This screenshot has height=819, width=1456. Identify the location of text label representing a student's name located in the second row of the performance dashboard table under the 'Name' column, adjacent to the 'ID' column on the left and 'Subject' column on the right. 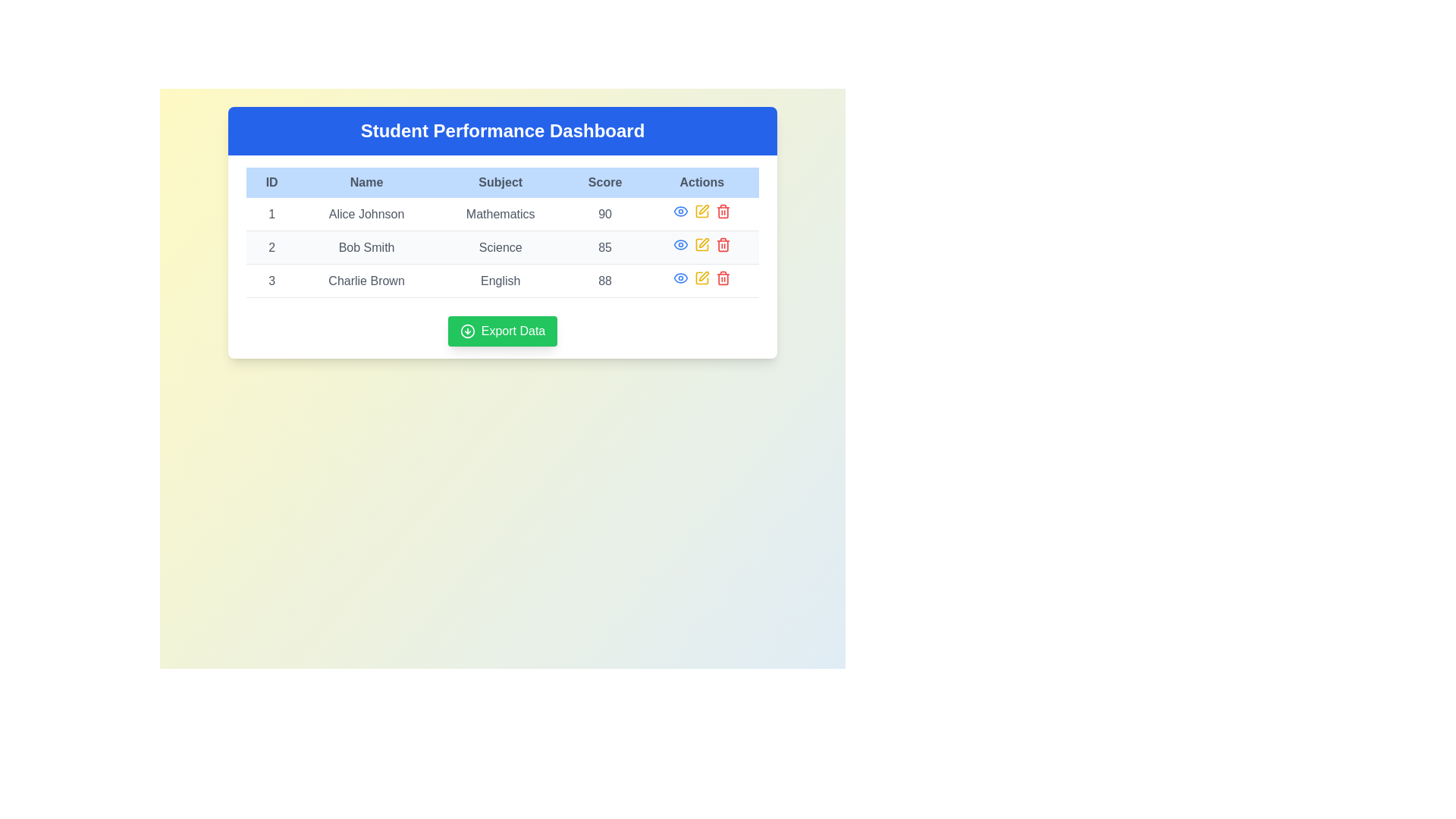
(366, 246).